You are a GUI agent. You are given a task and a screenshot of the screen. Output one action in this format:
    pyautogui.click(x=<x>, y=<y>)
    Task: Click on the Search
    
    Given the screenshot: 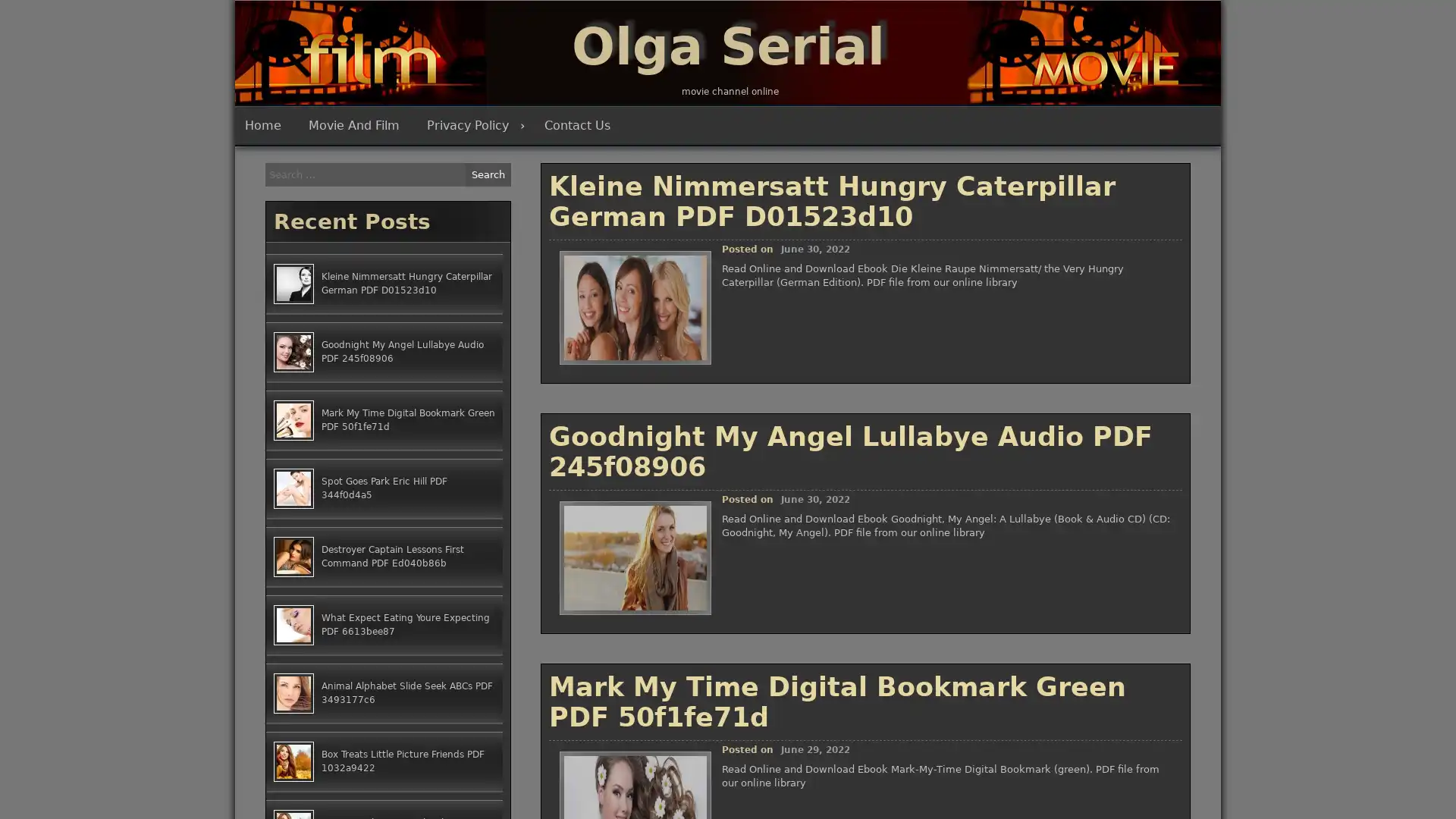 What is the action you would take?
    pyautogui.click(x=488, y=174)
    